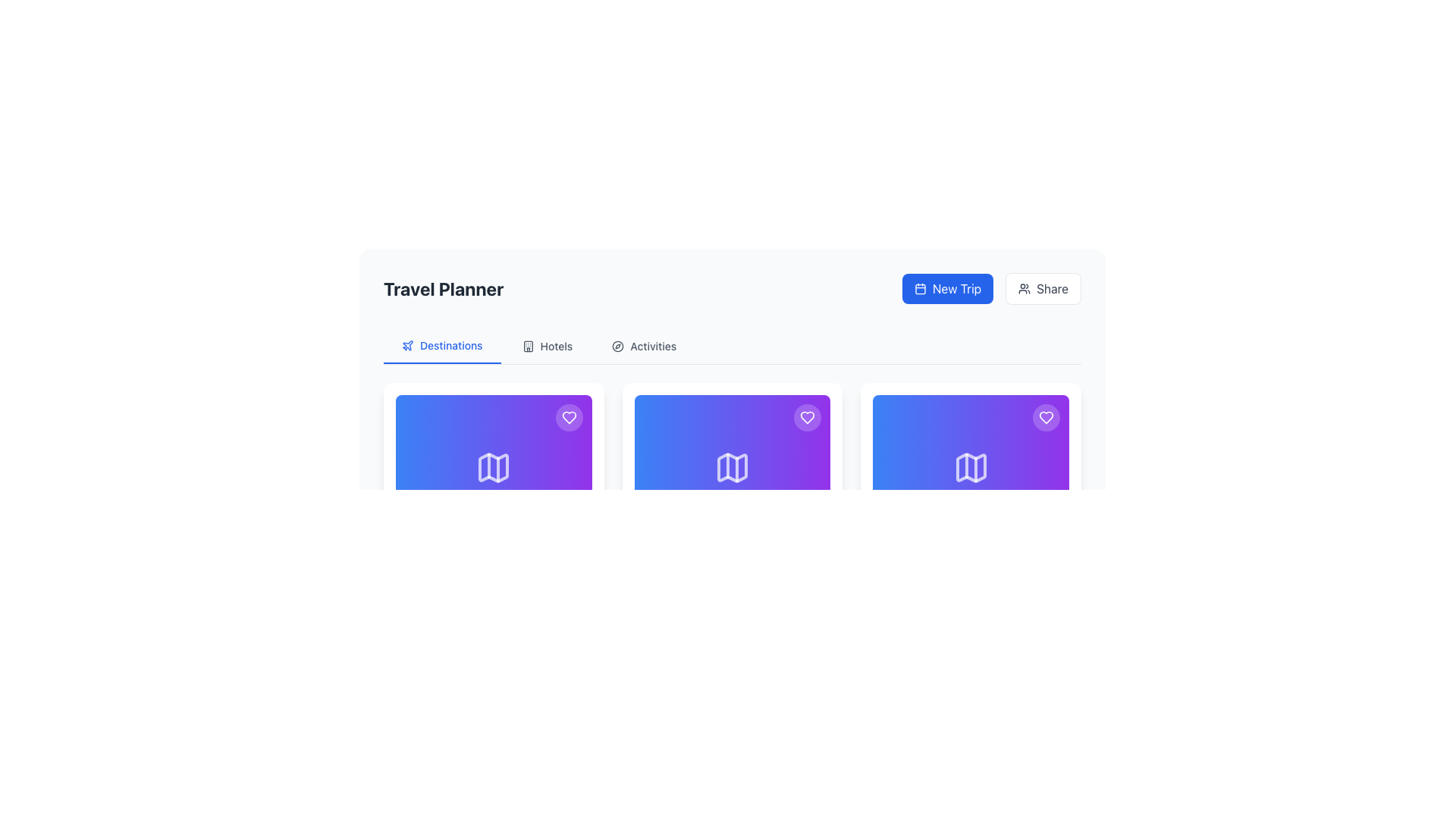 The image size is (1456, 819). What do you see at coordinates (407, 345) in the screenshot?
I see `the sleek blue airplane icon located in the navigation bar near the top center of the interface` at bounding box center [407, 345].